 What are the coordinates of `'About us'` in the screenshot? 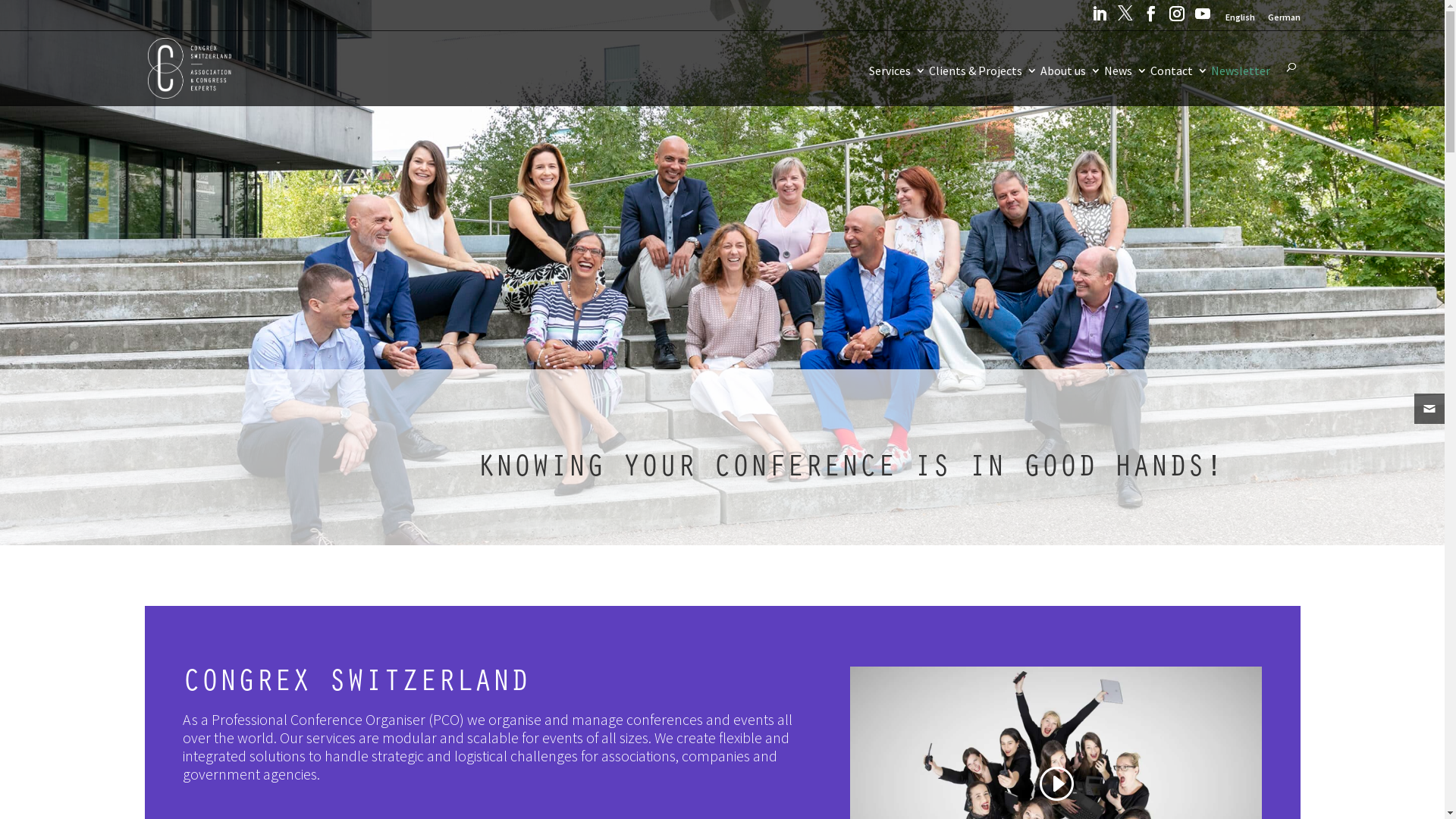 It's located at (1069, 85).